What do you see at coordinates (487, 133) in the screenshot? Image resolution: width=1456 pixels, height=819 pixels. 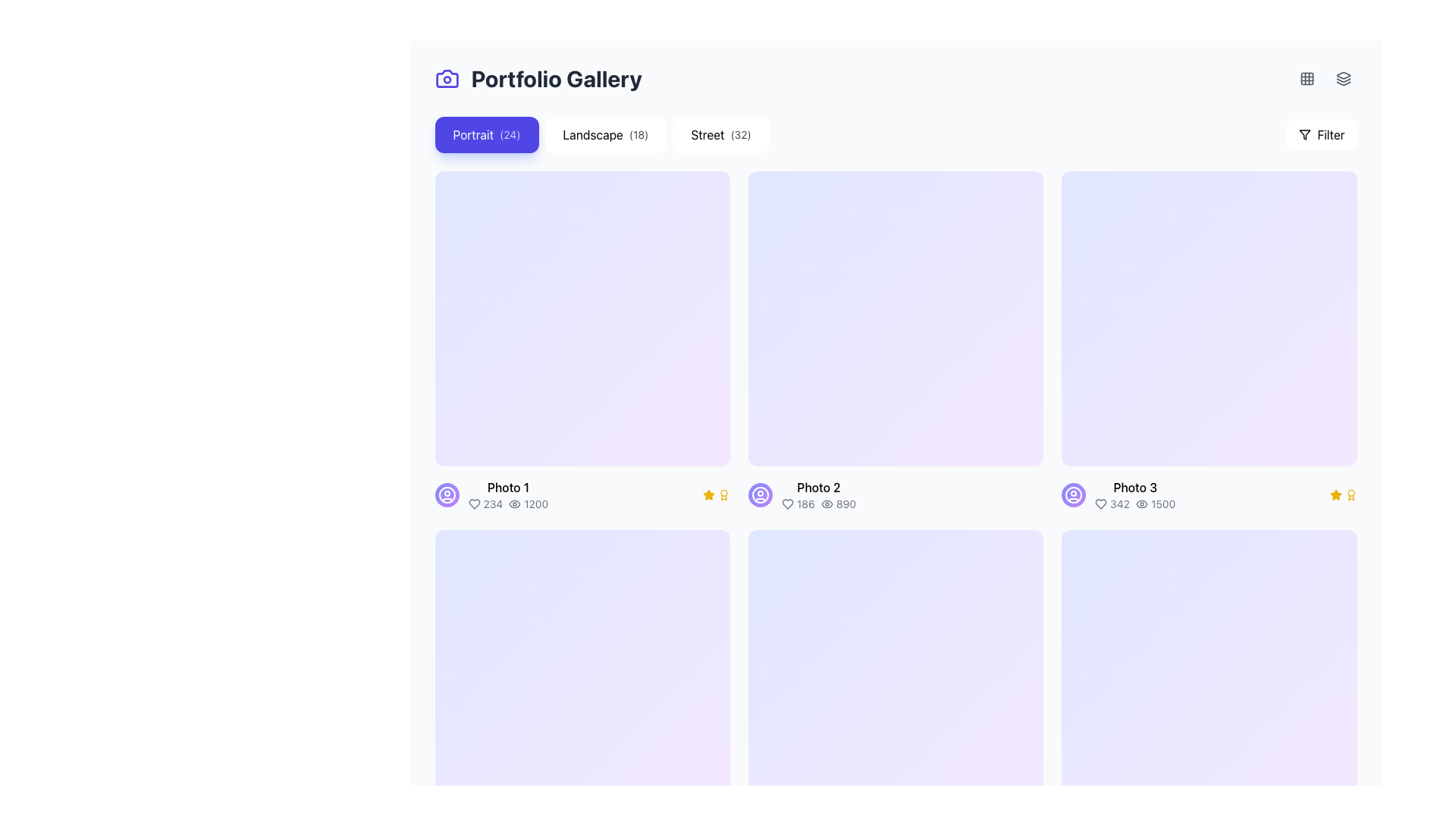 I see `the first category selector button located to the left of the 'Landscape (18)' button` at bounding box center [487, 133].